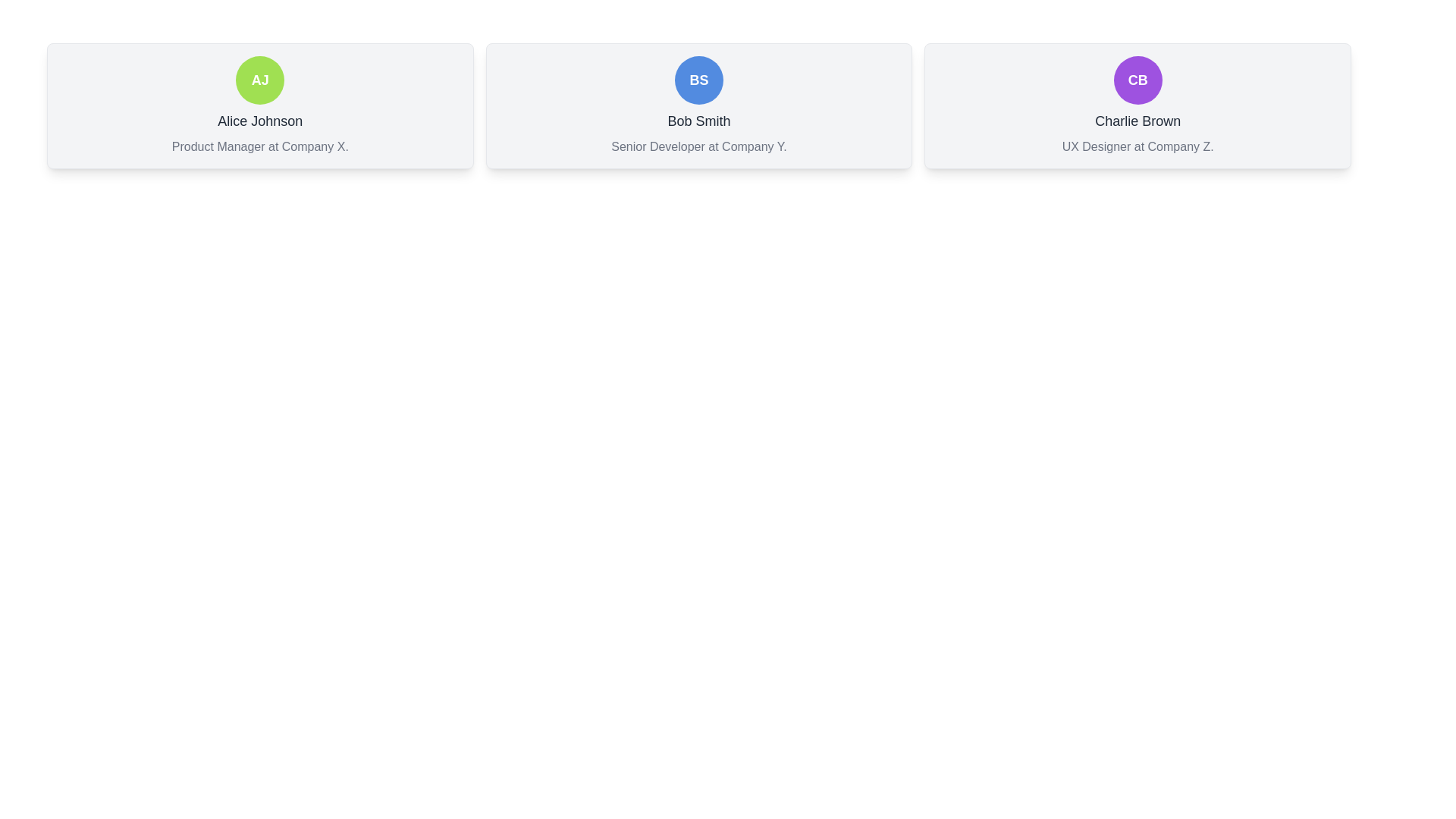  Describe the element at coordinates (1137, 120) in the screenshot. I see `the text label that identifies the individual within the card, which is part of a professional interface containing an avatar and job title` at that location.